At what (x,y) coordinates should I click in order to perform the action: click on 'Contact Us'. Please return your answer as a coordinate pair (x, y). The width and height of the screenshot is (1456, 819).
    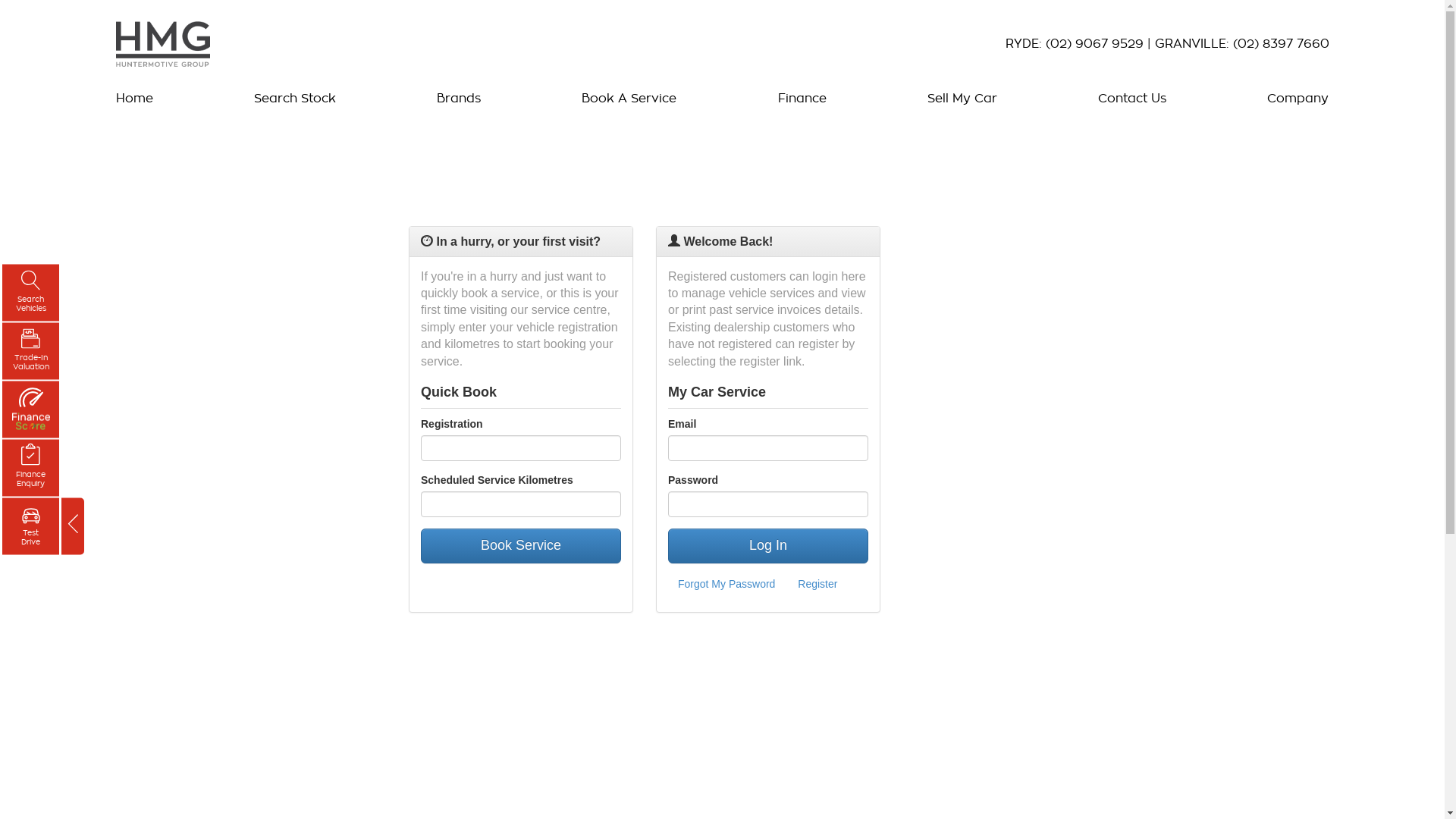
    Looking at the image, I should click on (1090, 99).